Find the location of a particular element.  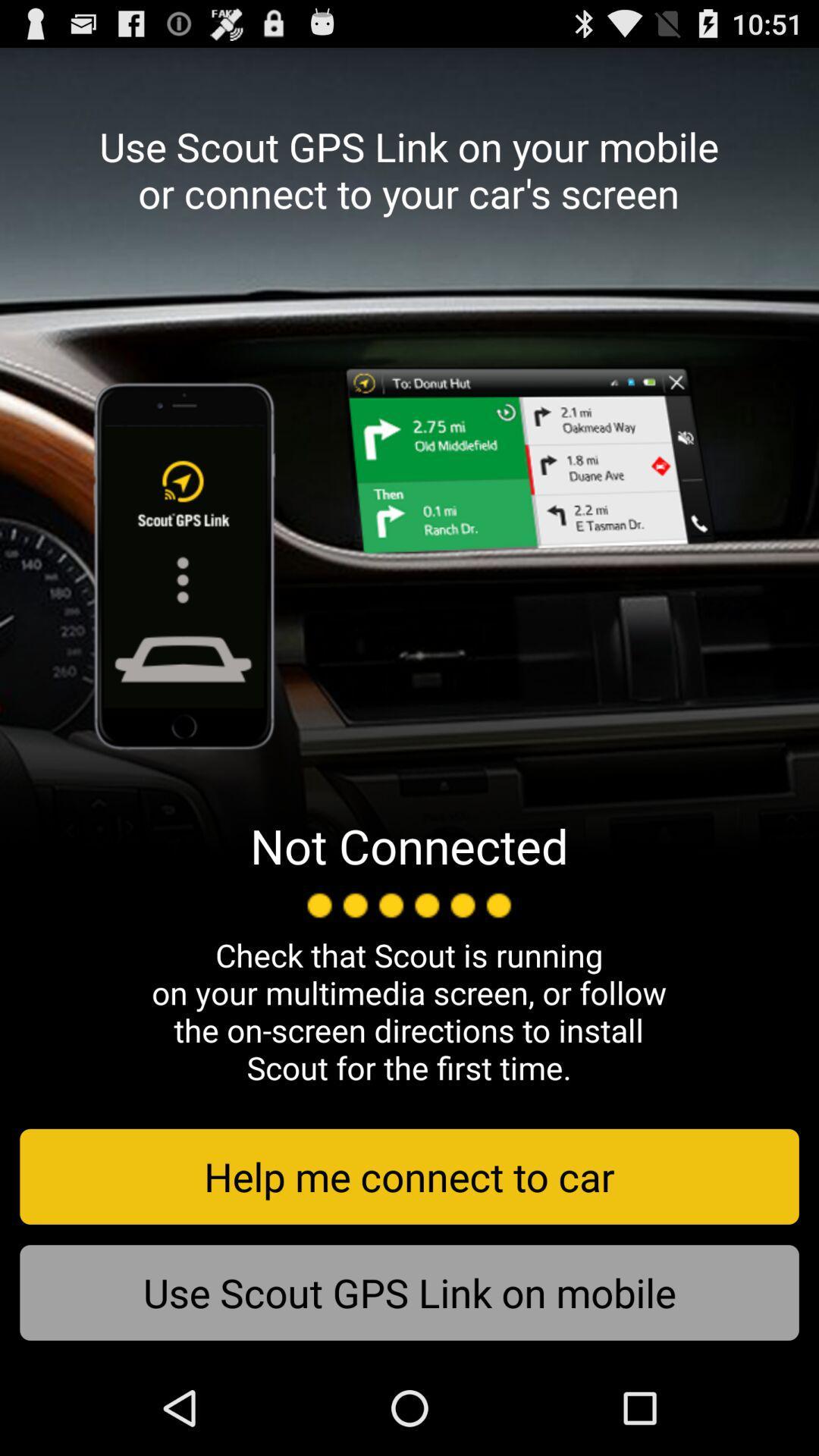

the help me connect is located at coordinates (409, 1175).